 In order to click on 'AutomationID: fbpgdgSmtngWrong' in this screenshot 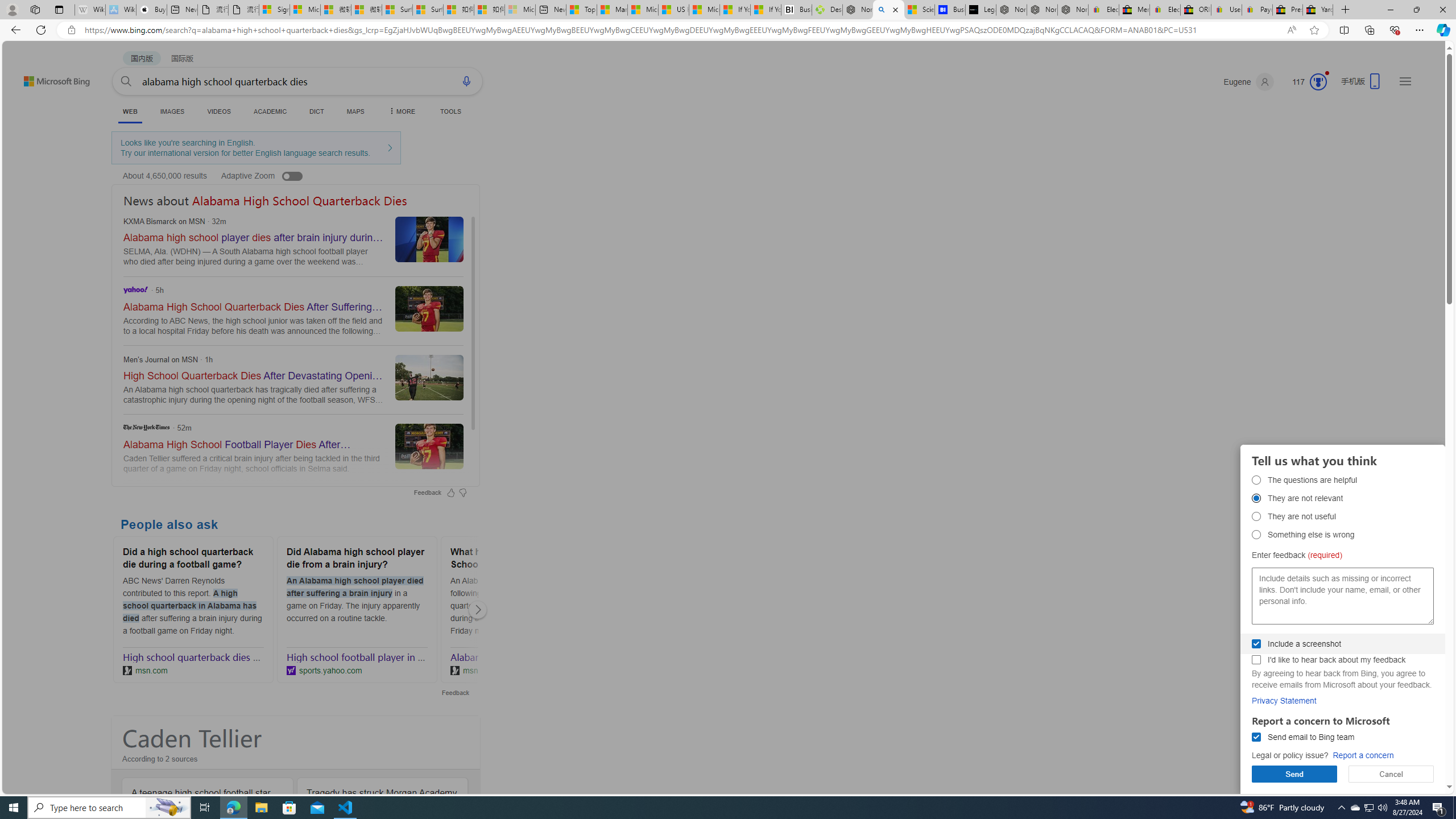, I will do `click(1256, 533)`.